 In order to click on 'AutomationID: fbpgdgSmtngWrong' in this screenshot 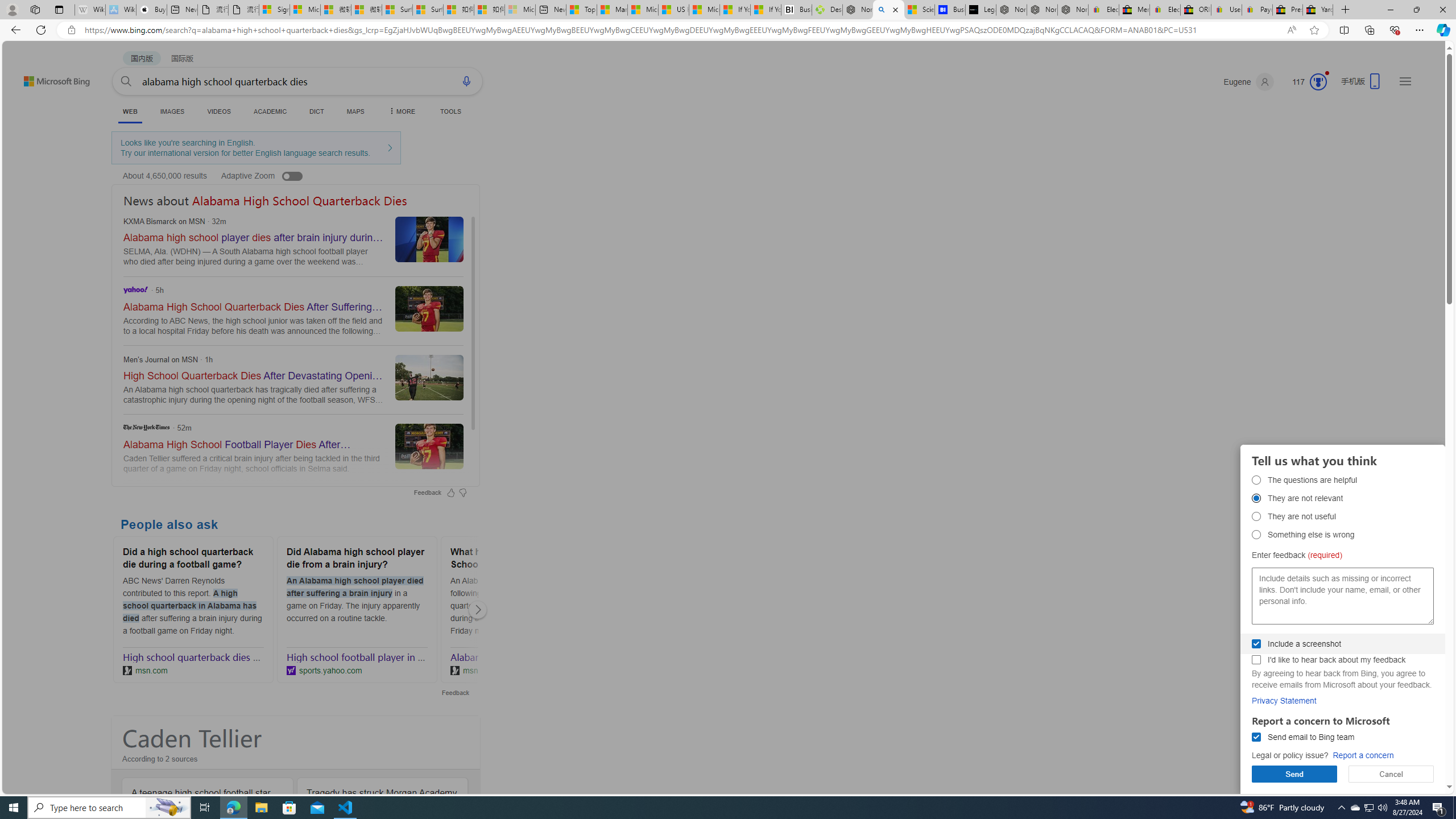, I will do `click(1256, 533)`.